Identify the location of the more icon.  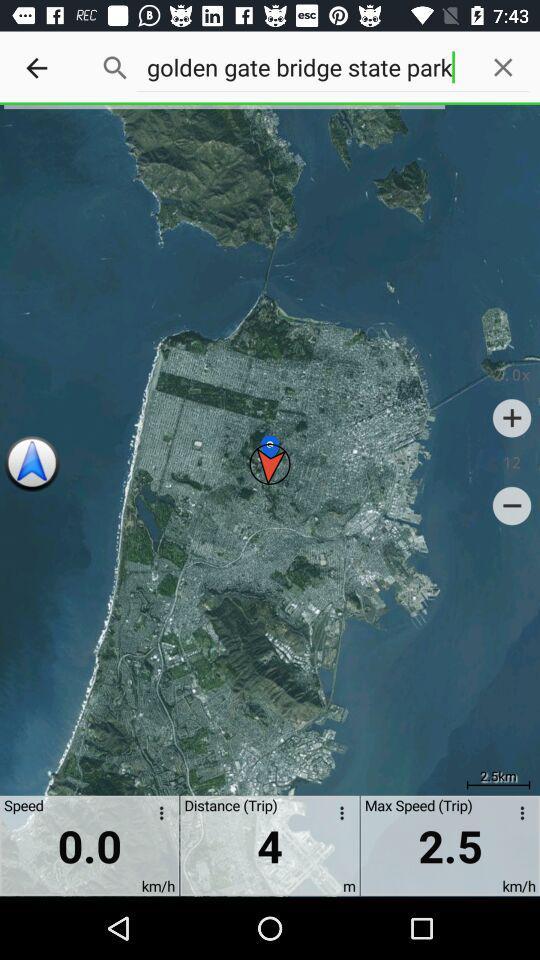
(518, 816).